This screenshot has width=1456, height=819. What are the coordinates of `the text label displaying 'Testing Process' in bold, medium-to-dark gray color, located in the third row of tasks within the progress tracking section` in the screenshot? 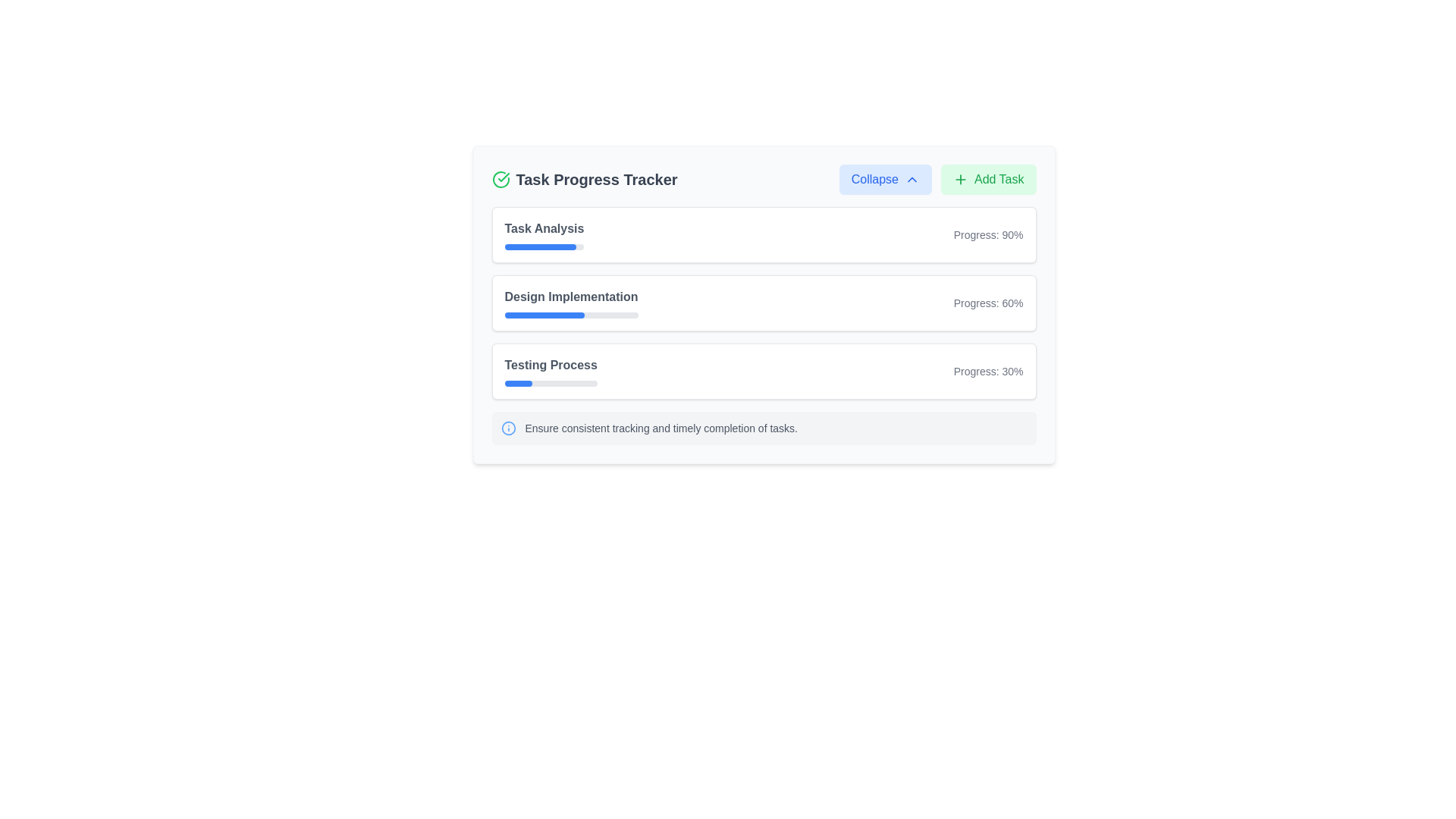 It's located at (550, 366).